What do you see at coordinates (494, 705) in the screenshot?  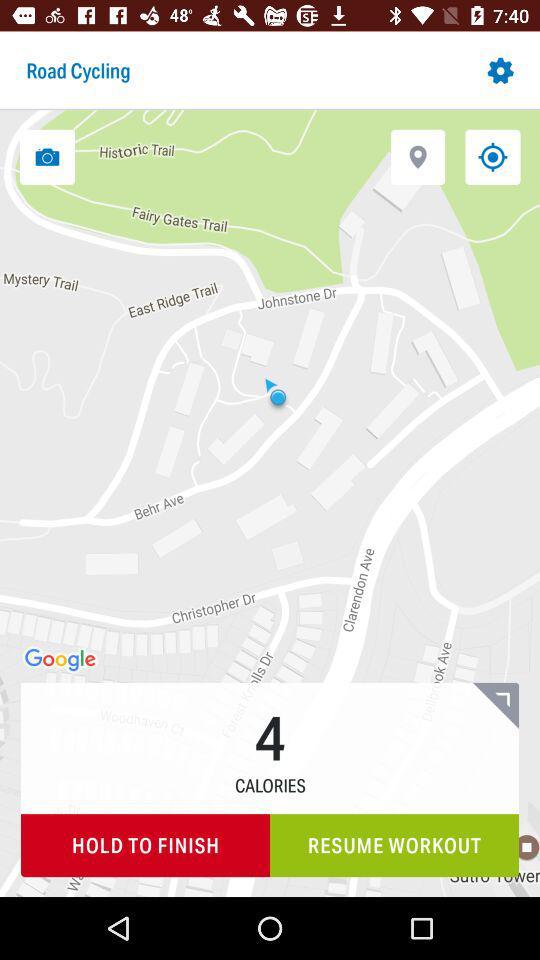 I see `the bookmark icon` at bounding box center [494, 705].